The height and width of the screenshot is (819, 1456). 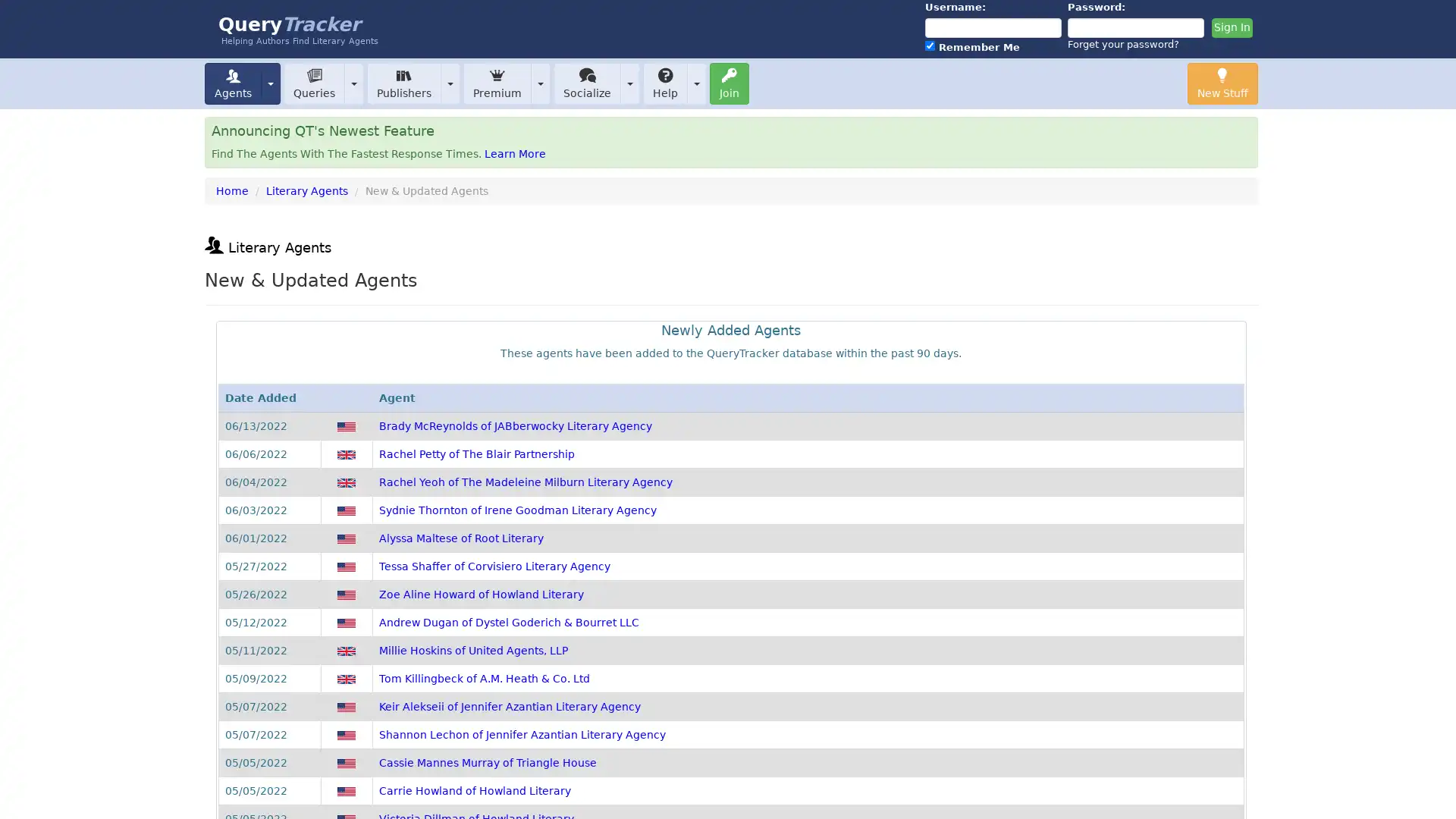 What do you see at coordinates (629, 83) in the screenshot?
I see `Toggle Dropdown` at bounding box center [629, 83].